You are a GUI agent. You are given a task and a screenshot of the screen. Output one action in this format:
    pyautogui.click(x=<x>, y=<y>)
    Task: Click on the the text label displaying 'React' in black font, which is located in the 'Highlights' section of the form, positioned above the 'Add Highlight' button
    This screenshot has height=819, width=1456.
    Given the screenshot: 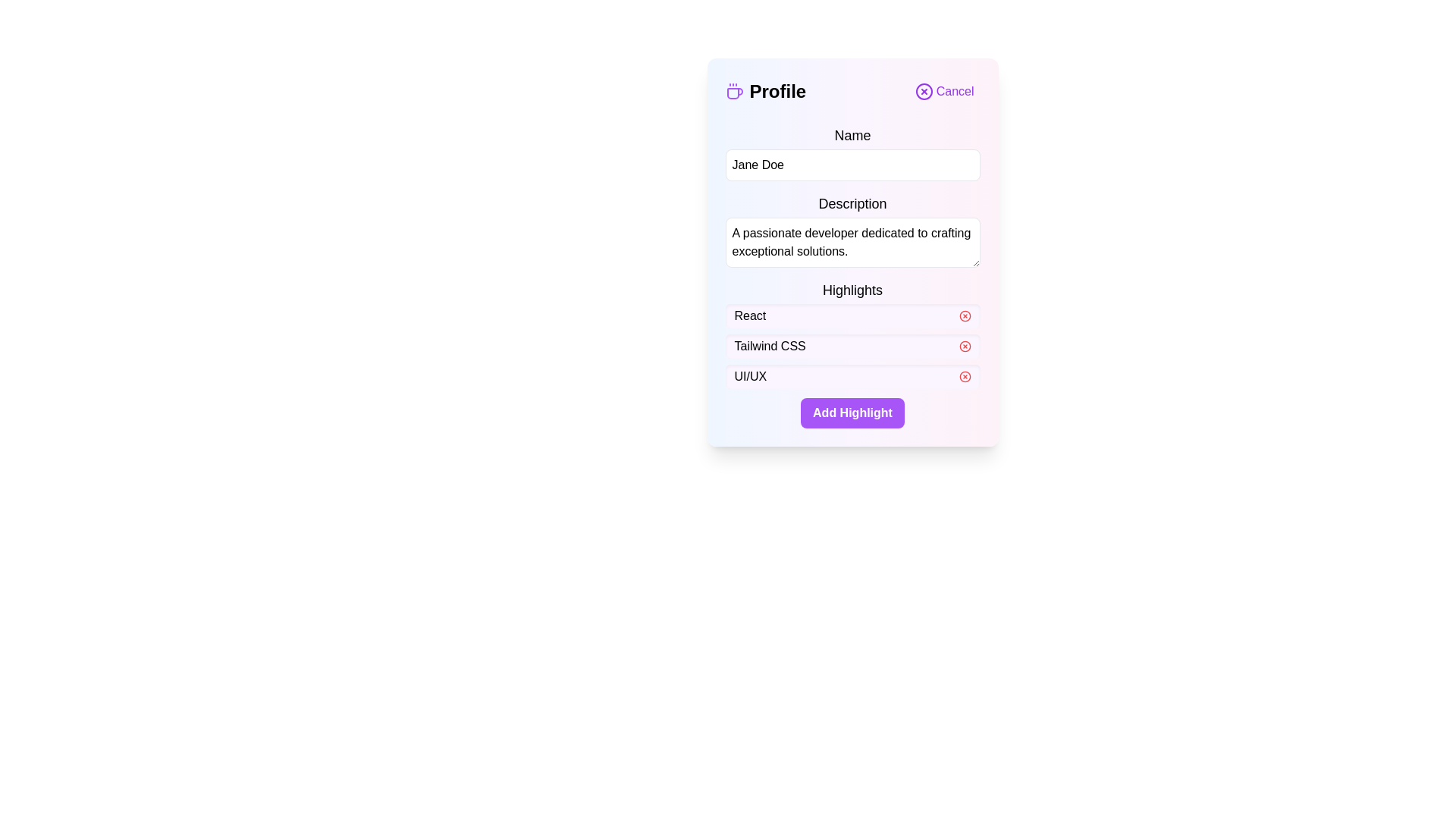 What is the action you would take?
    pyautogui.click(x=750, y=315)
    